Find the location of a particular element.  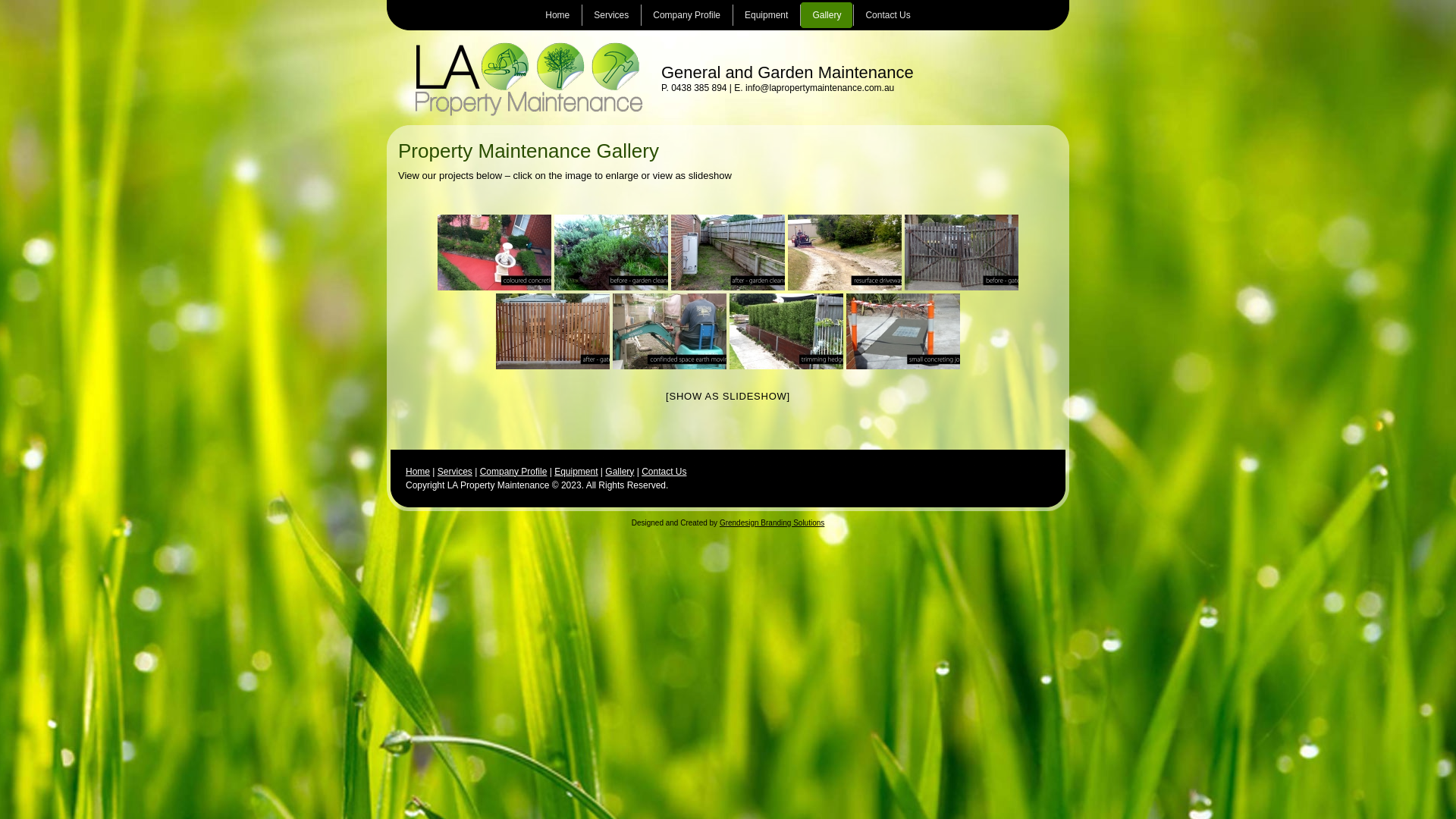

'la-property-maintenance-small-section-concreating' is located at coordinates (902, 330).